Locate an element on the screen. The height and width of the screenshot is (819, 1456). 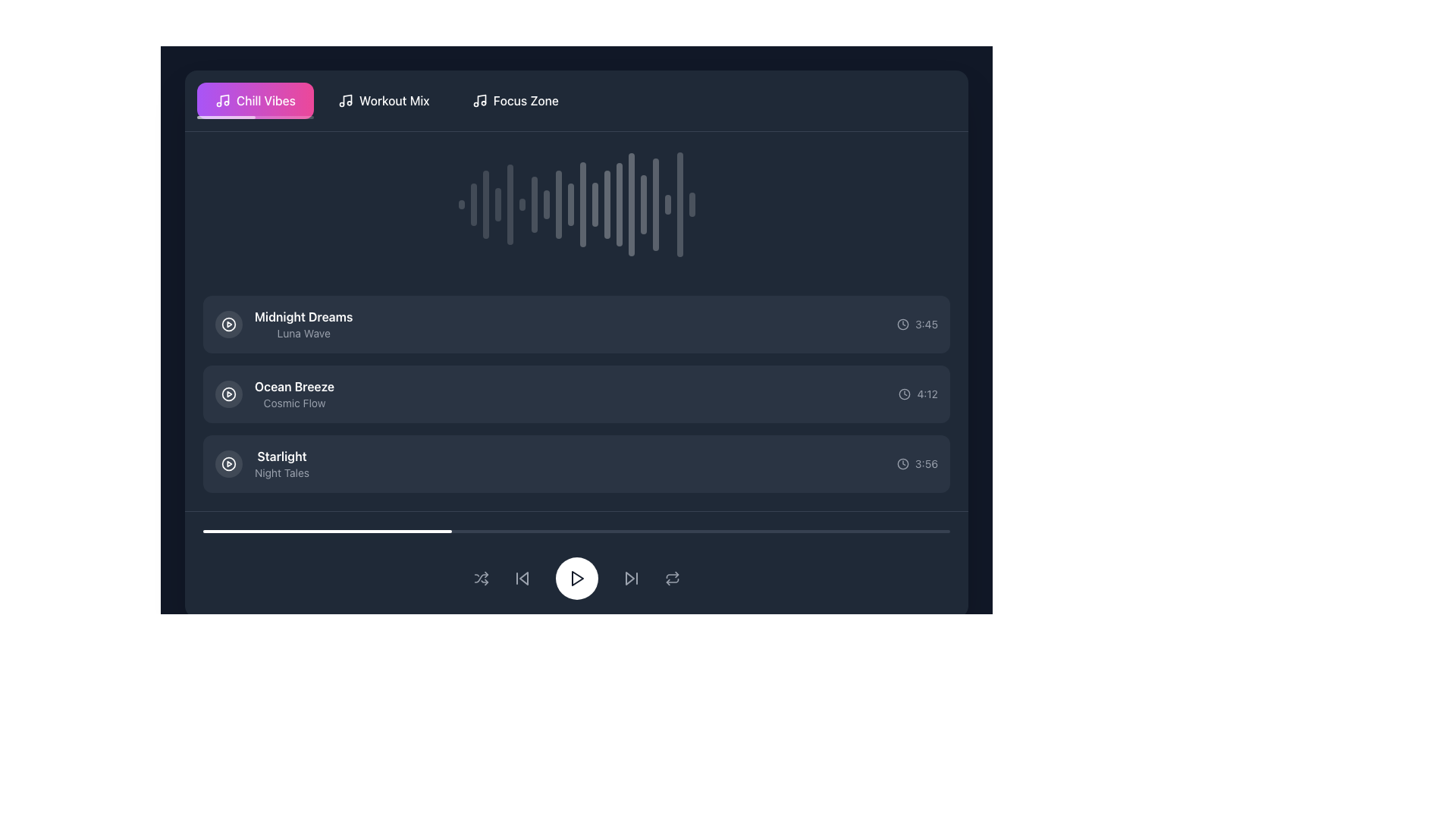
the graphical circular component that visually represents the play button for the first song item under 'Midnight Dreams' by 'Luna Wave' is located at coordinates (228, 324).